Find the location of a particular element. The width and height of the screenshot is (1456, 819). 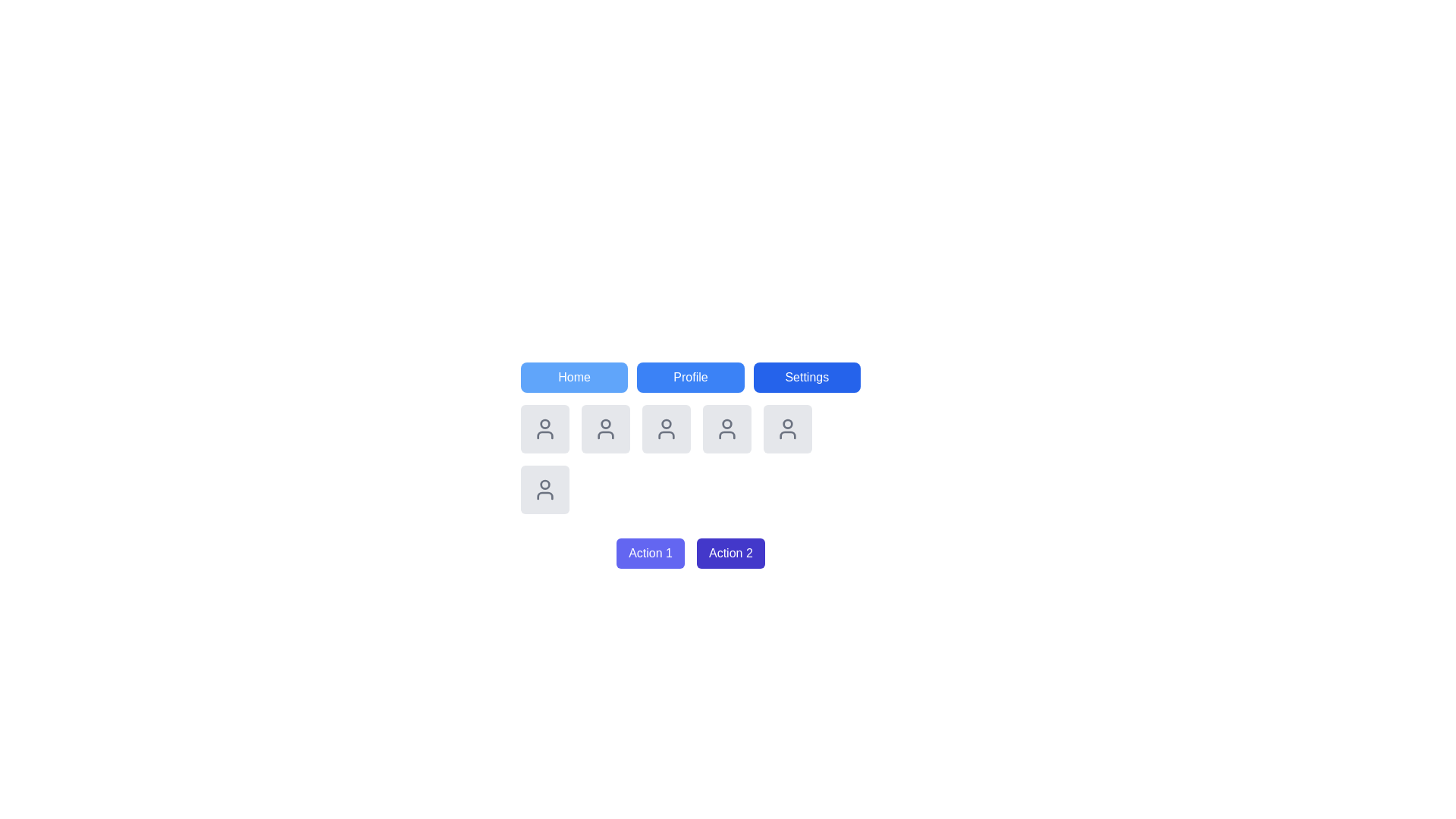

the user profile icon, which is a circular silhouette of a head and shoulders, located in the last column of the second row of user icons below the navigation bar is located at coordinates (787, 429).